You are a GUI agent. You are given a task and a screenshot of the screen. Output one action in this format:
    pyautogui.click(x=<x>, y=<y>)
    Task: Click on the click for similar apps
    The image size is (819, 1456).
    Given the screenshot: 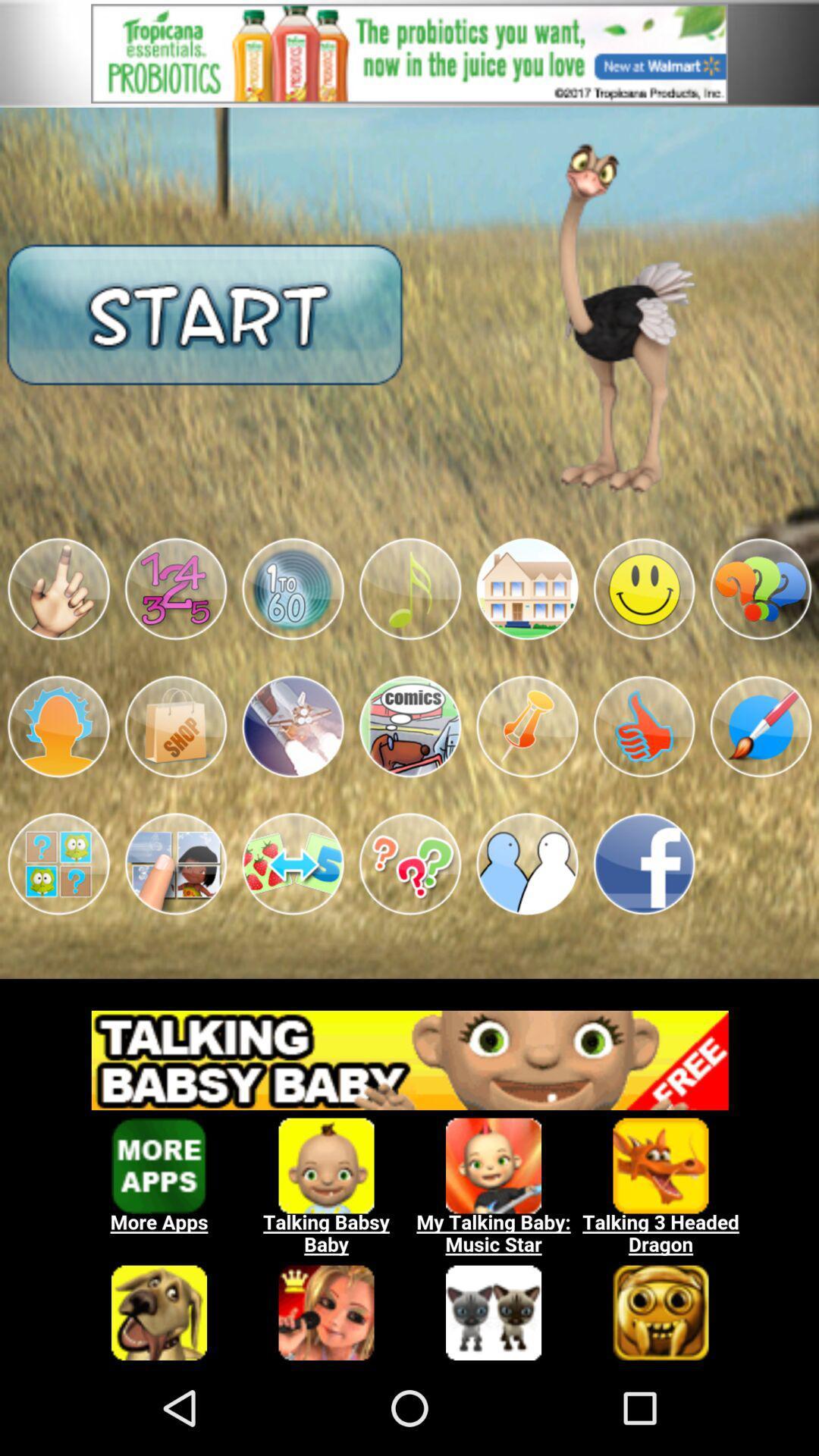 What is the action you would take?
    pyautogui.click(x=409, y=1176)
    